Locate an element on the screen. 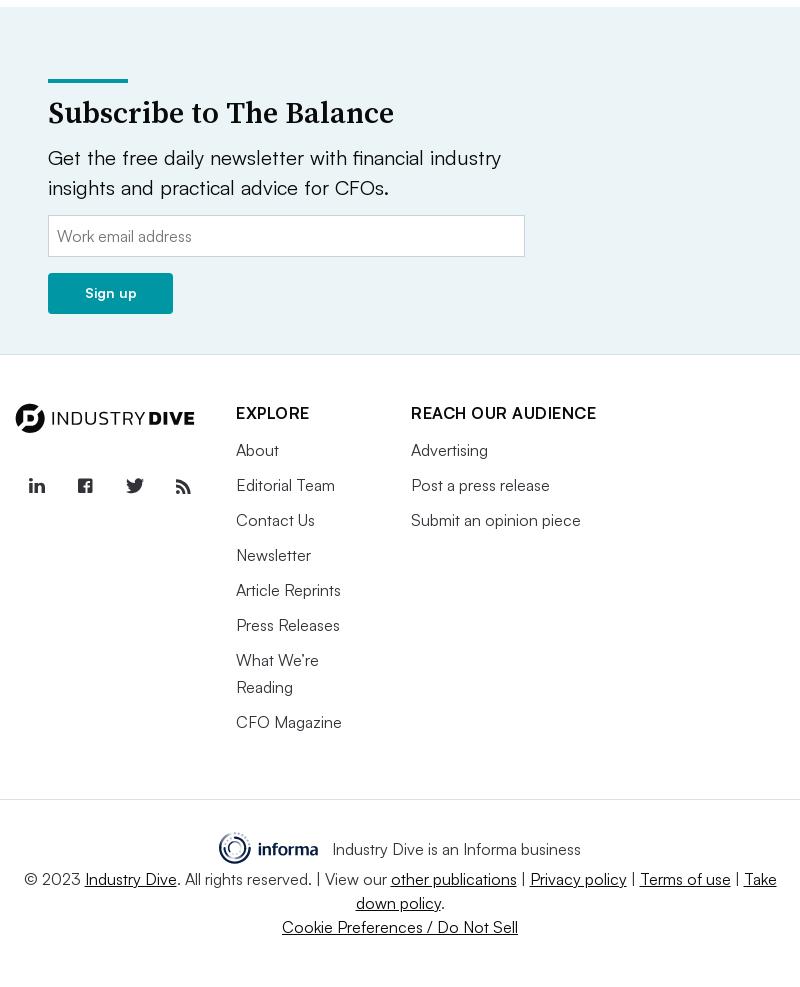 This screenshot has width=800, height=987. 'Press Releases' is located at coordinates (288, 622).